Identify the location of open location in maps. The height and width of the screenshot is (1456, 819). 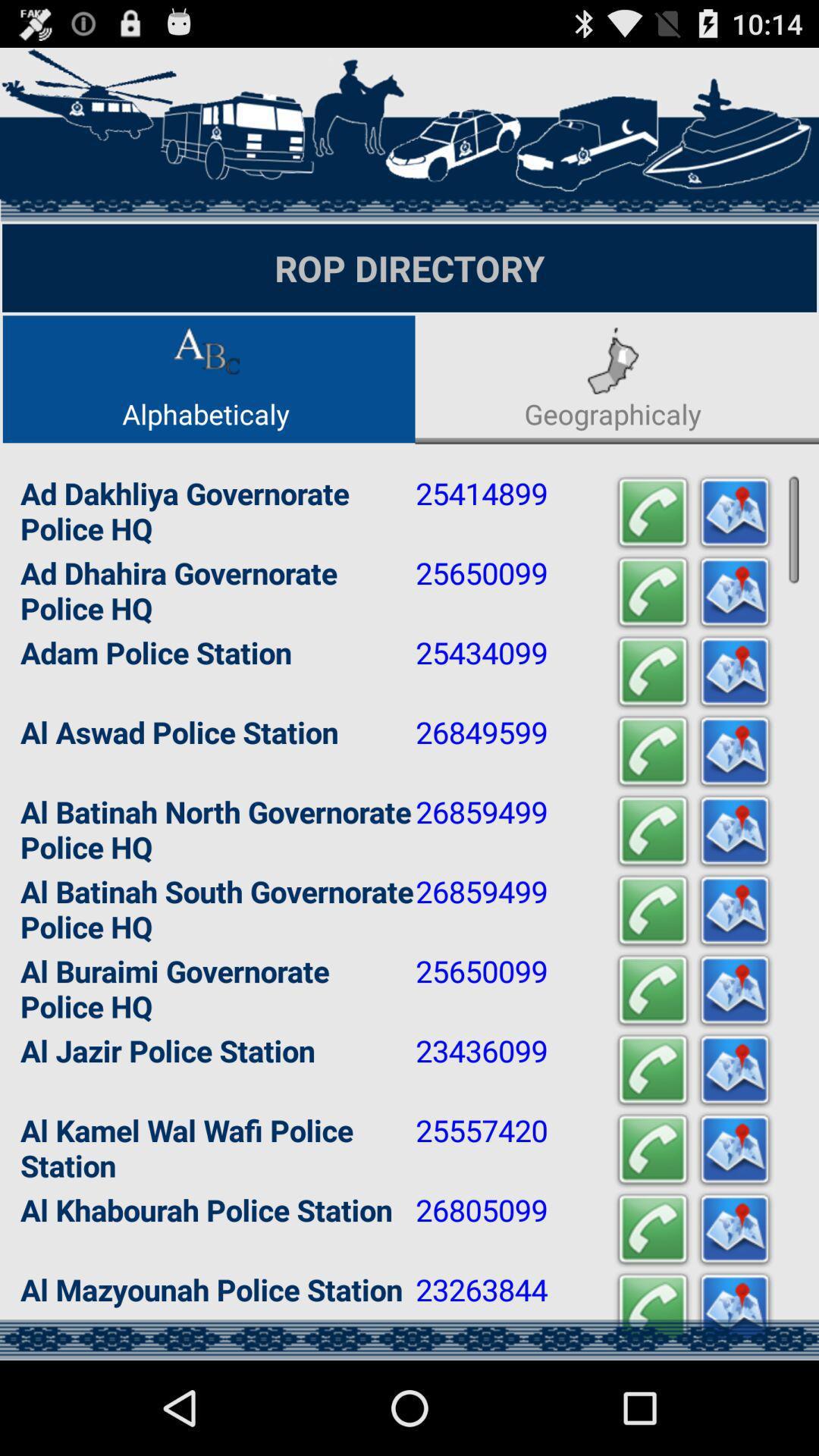
(733, 830).